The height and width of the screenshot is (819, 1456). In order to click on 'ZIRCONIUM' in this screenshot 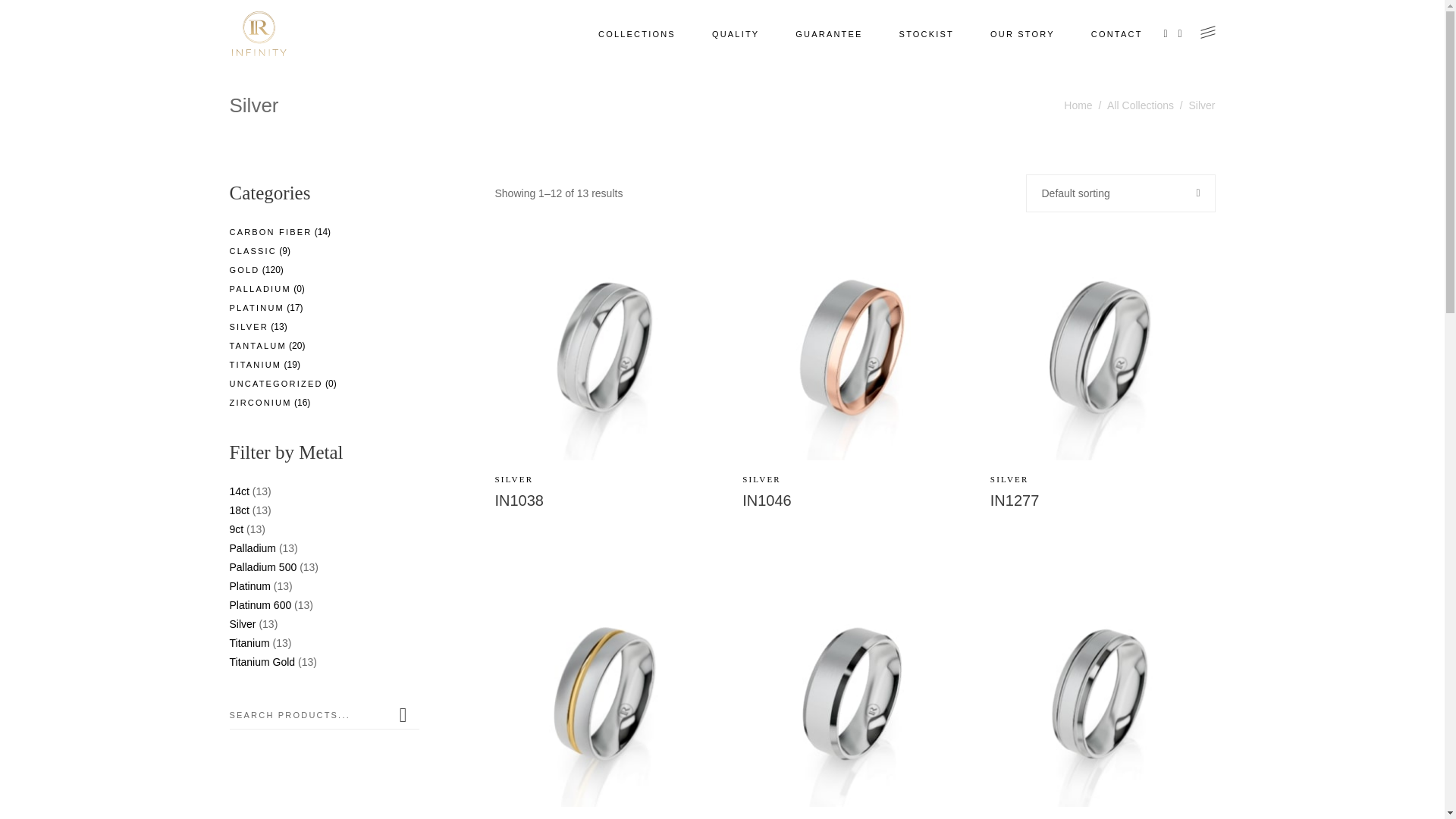, I will do `click(259, 402)`.